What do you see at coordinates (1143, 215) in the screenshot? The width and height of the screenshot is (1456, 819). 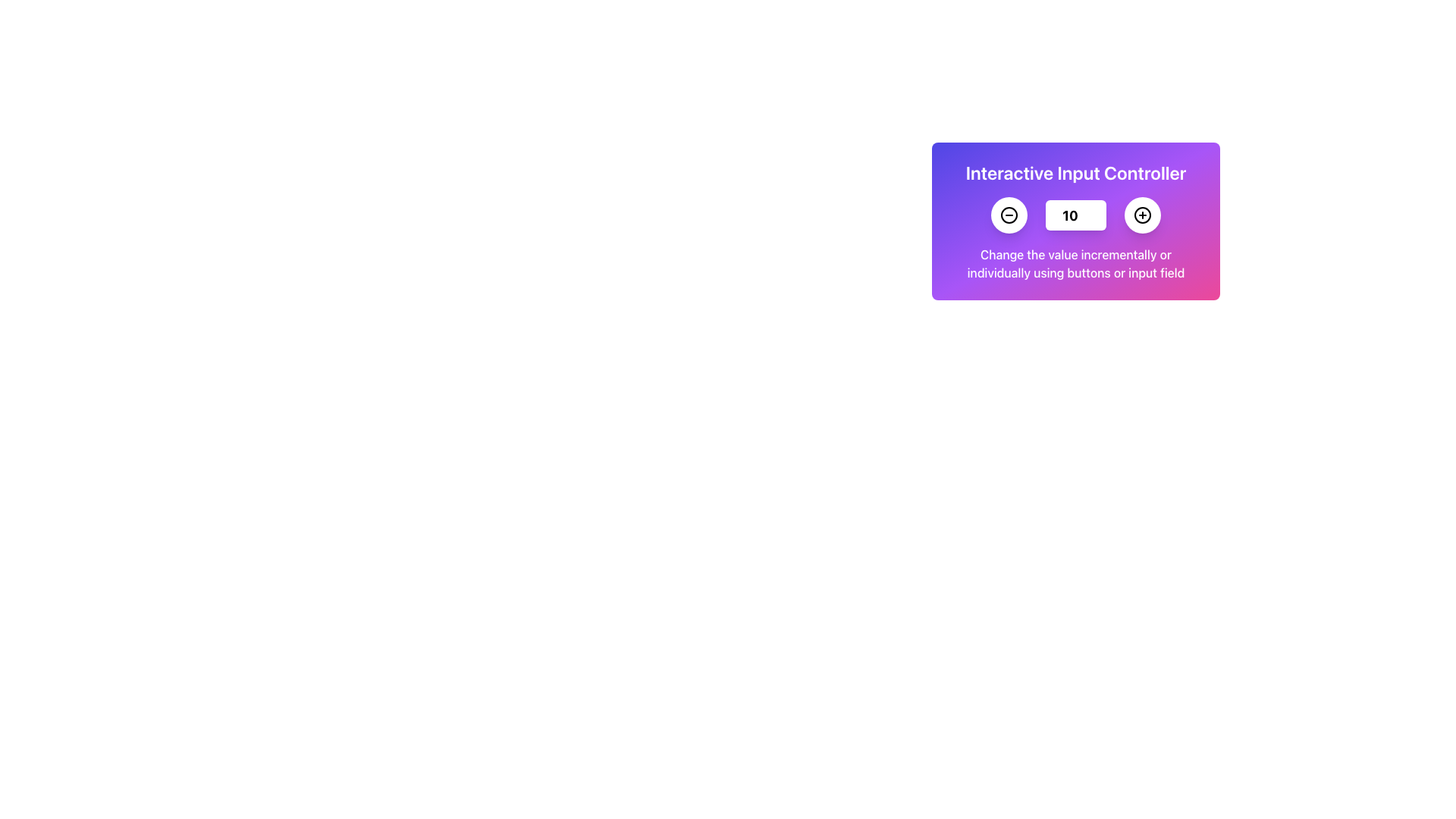 I see `the increment button located to the right of the number input field and the minus button in the Interactive Input Controller section` at bounding box center [1143, 215].